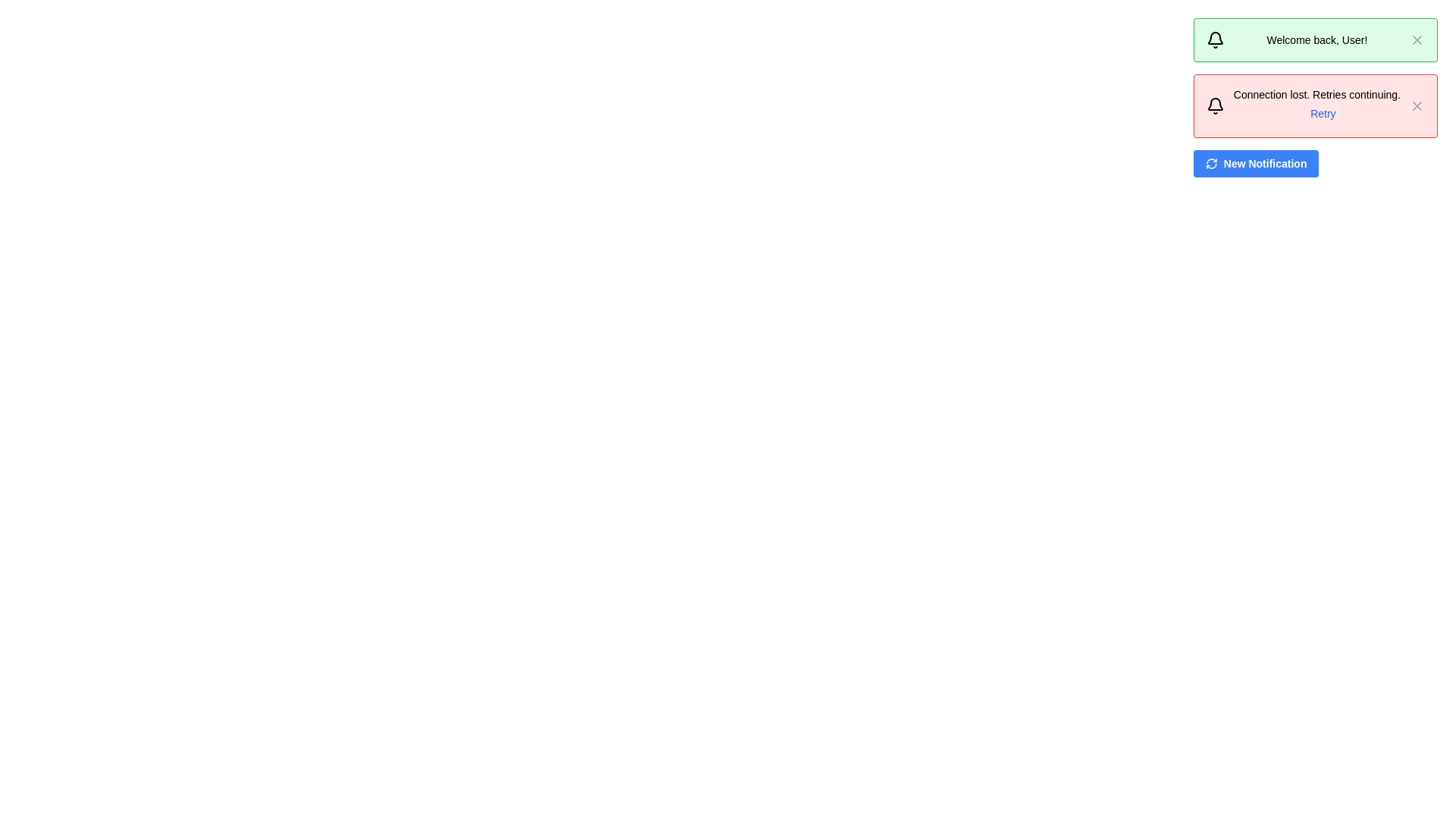 This screenshot has height=819, width=1456. Describe the element at coordinates (1215, 105) in the screenshot. I see `the bell icon with a thin border located on the left side of the notification box labeled 'Connection lost.'` at that location.